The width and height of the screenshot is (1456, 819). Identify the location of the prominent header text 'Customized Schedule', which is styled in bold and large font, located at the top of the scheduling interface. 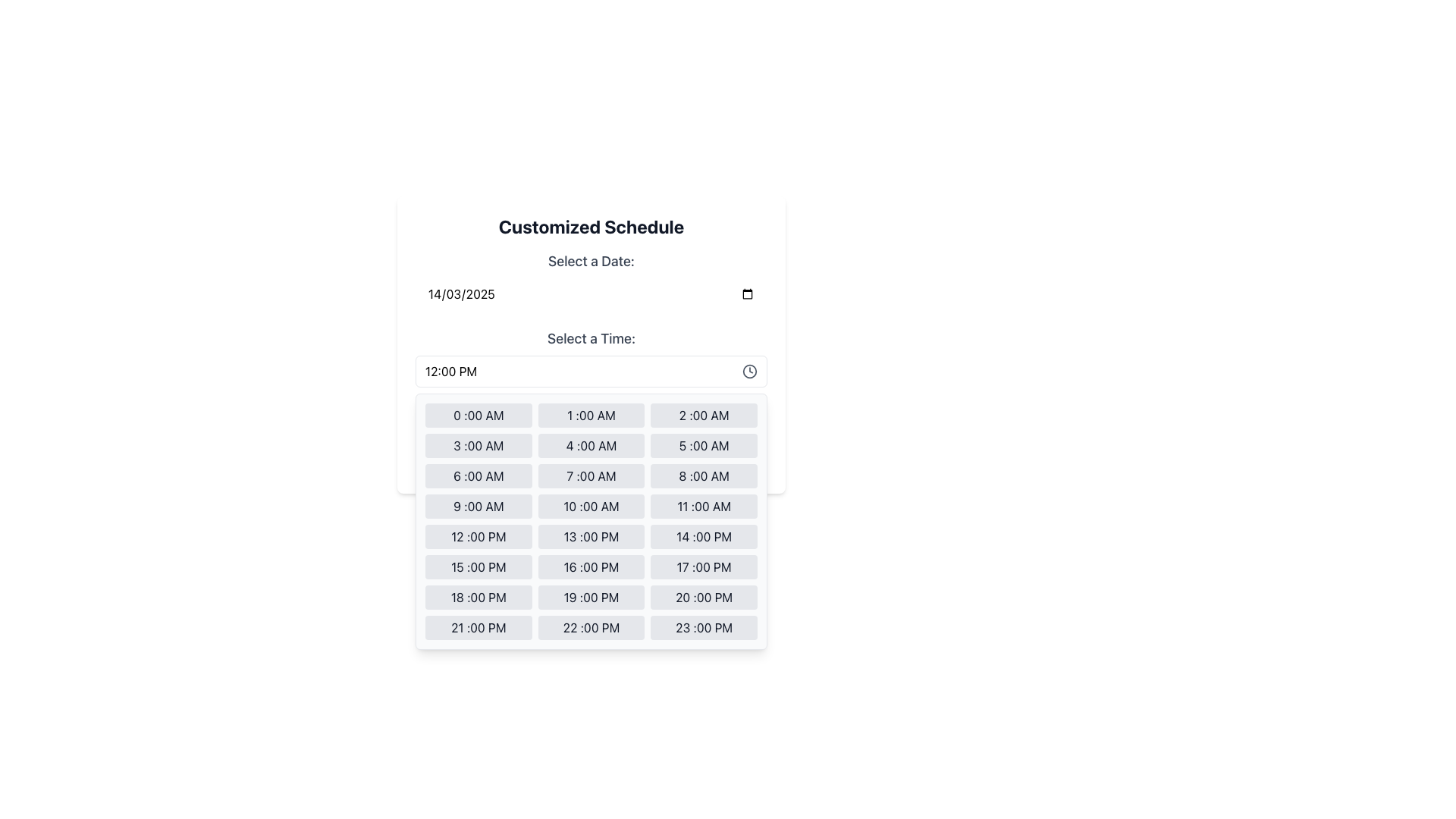
(590, 227).